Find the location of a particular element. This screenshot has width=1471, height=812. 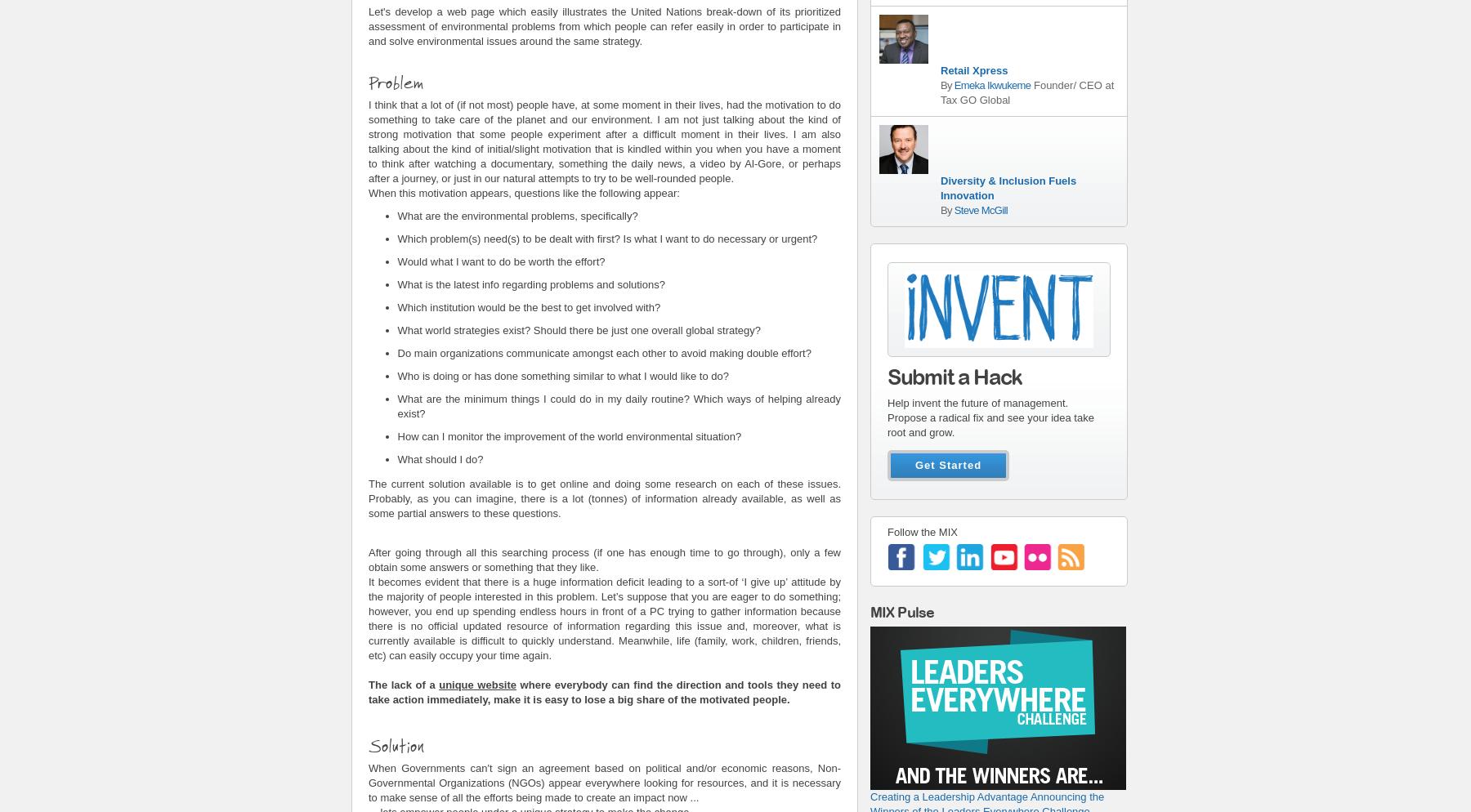

'Submit a Hack' is located at coordinates (954, 377).